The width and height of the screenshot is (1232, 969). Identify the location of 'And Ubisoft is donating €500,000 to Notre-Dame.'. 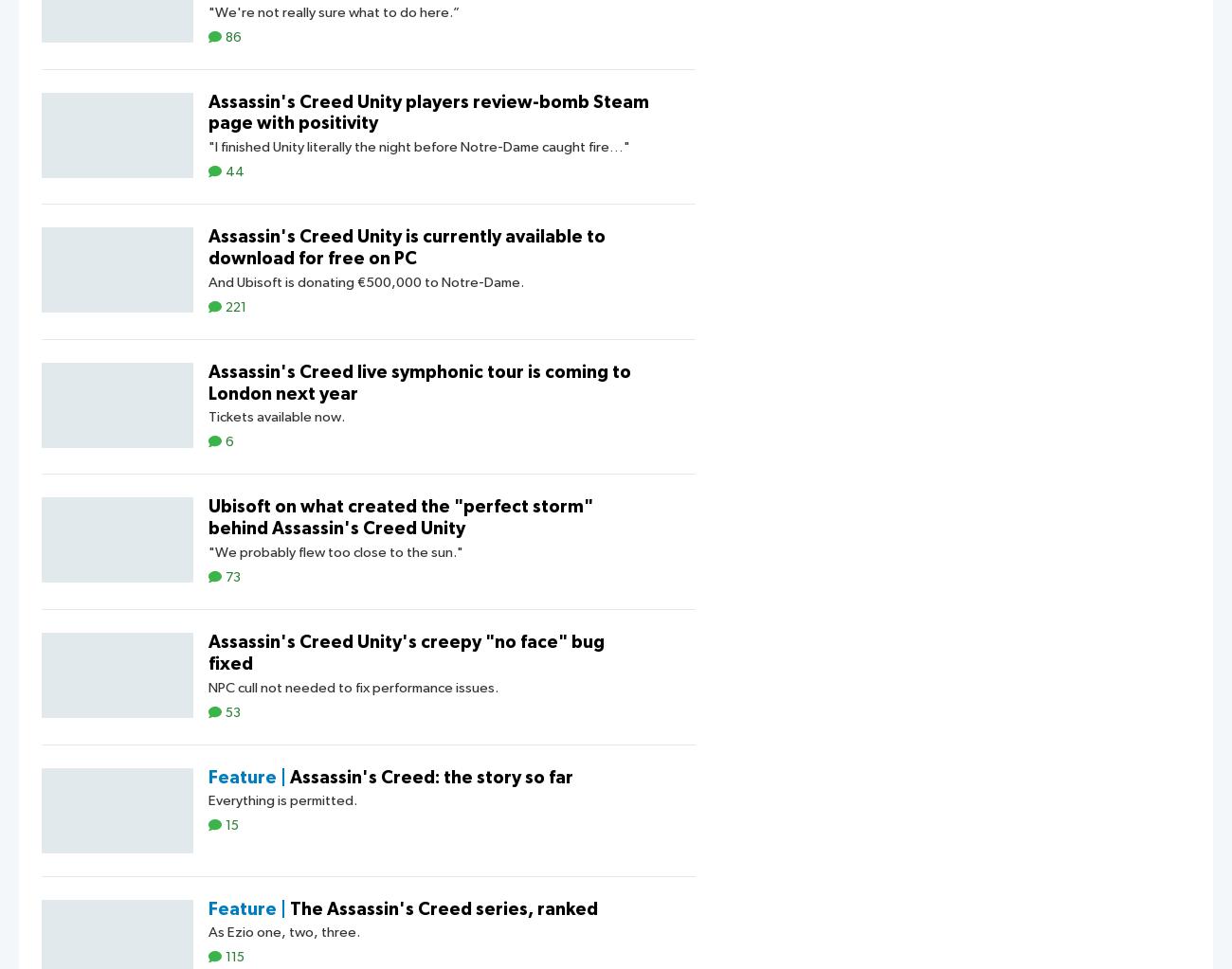
(366, 280).